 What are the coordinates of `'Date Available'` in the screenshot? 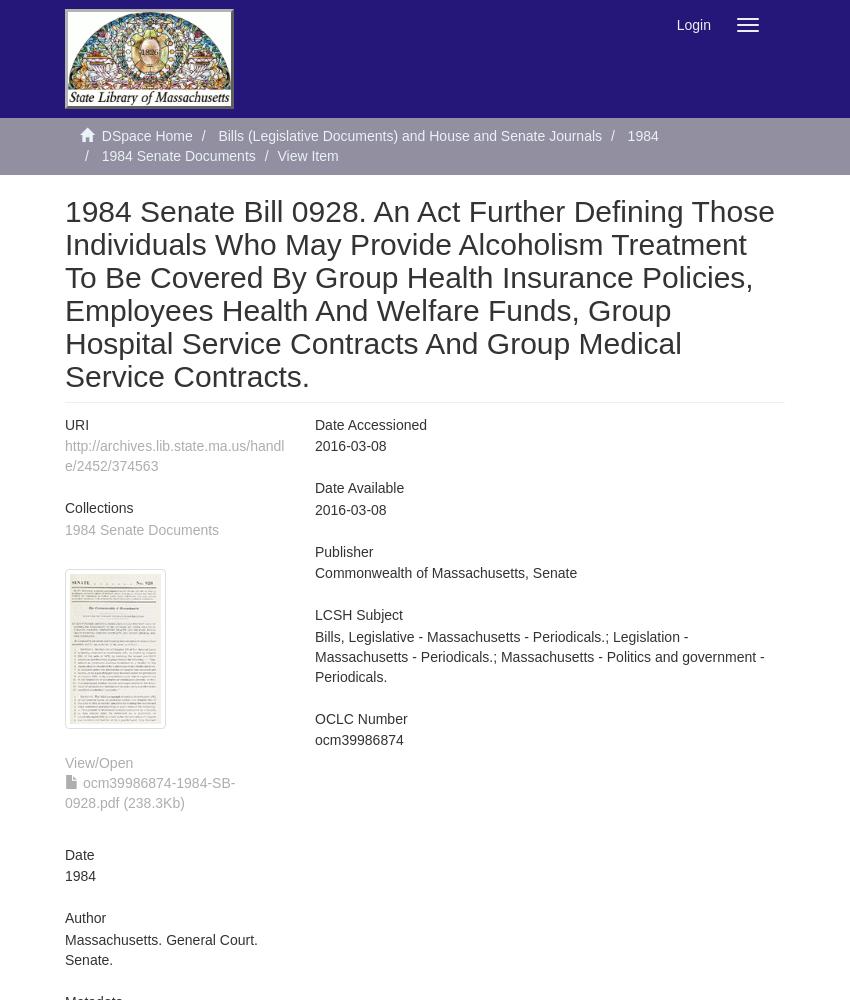 It's located at (358, 487).